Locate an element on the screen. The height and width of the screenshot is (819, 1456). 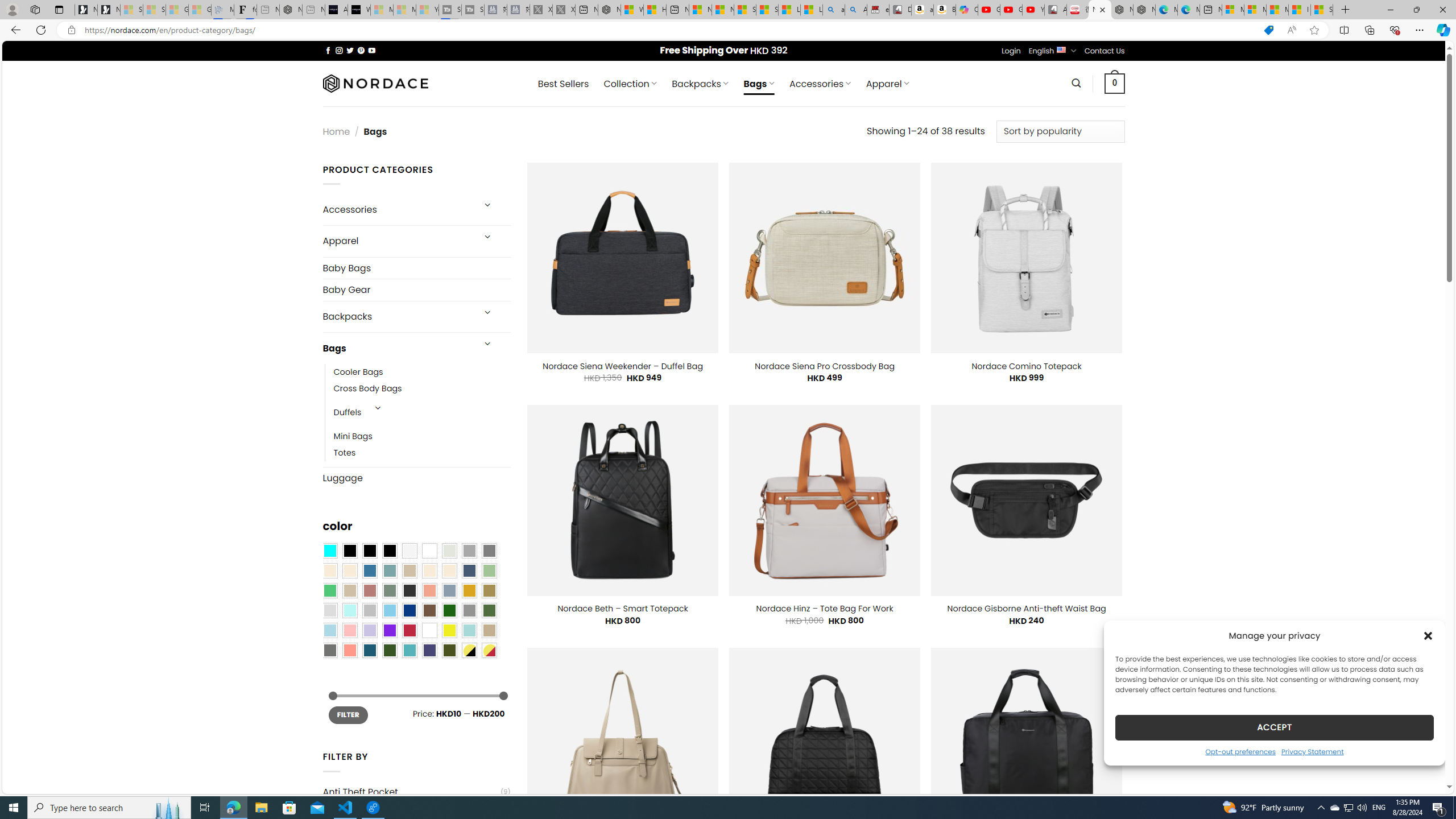
'Follow on Pinterest' is located at coordinates (359, 50).